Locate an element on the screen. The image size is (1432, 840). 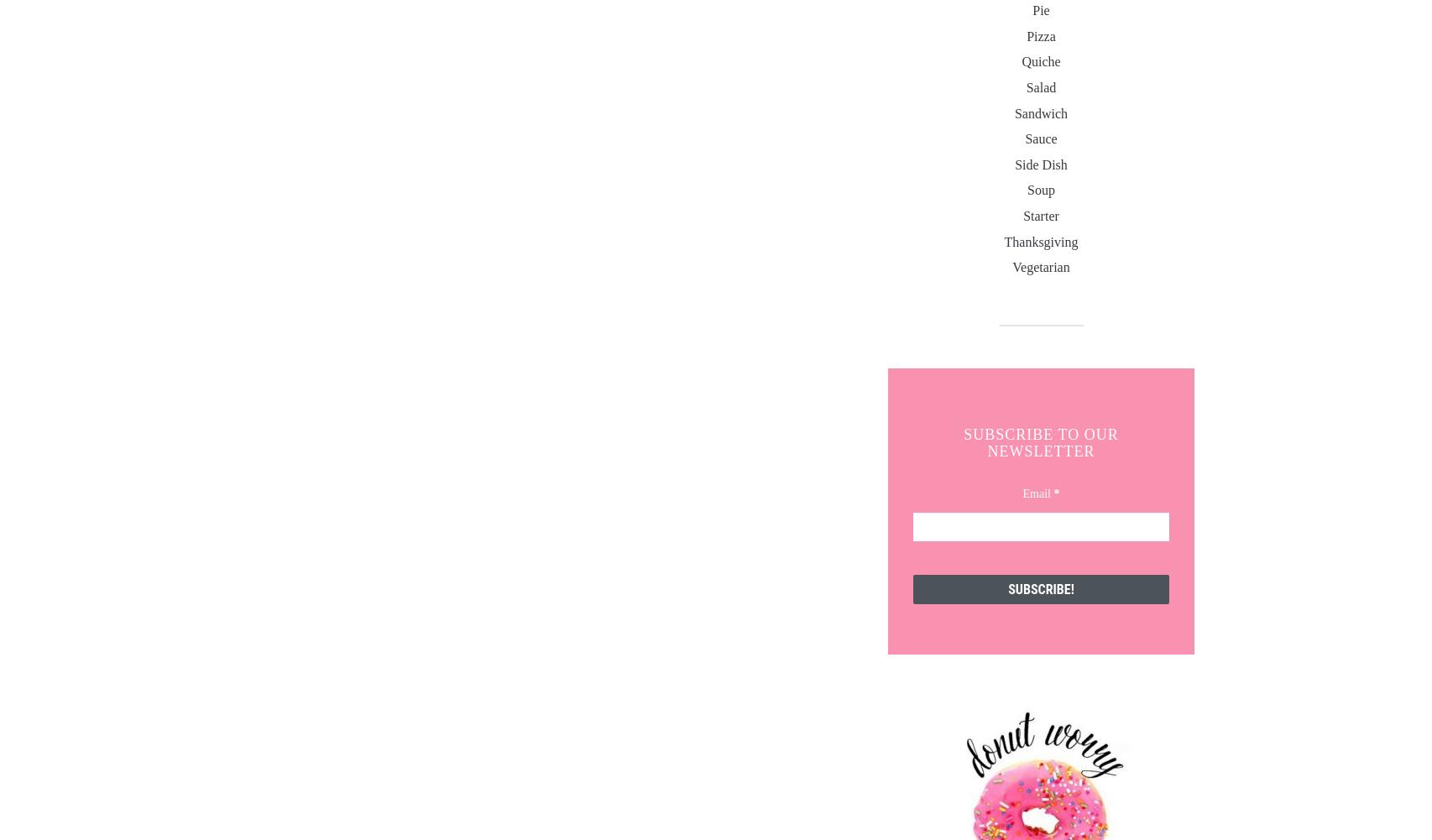
'starter' is located at coordinates (1040, 214).